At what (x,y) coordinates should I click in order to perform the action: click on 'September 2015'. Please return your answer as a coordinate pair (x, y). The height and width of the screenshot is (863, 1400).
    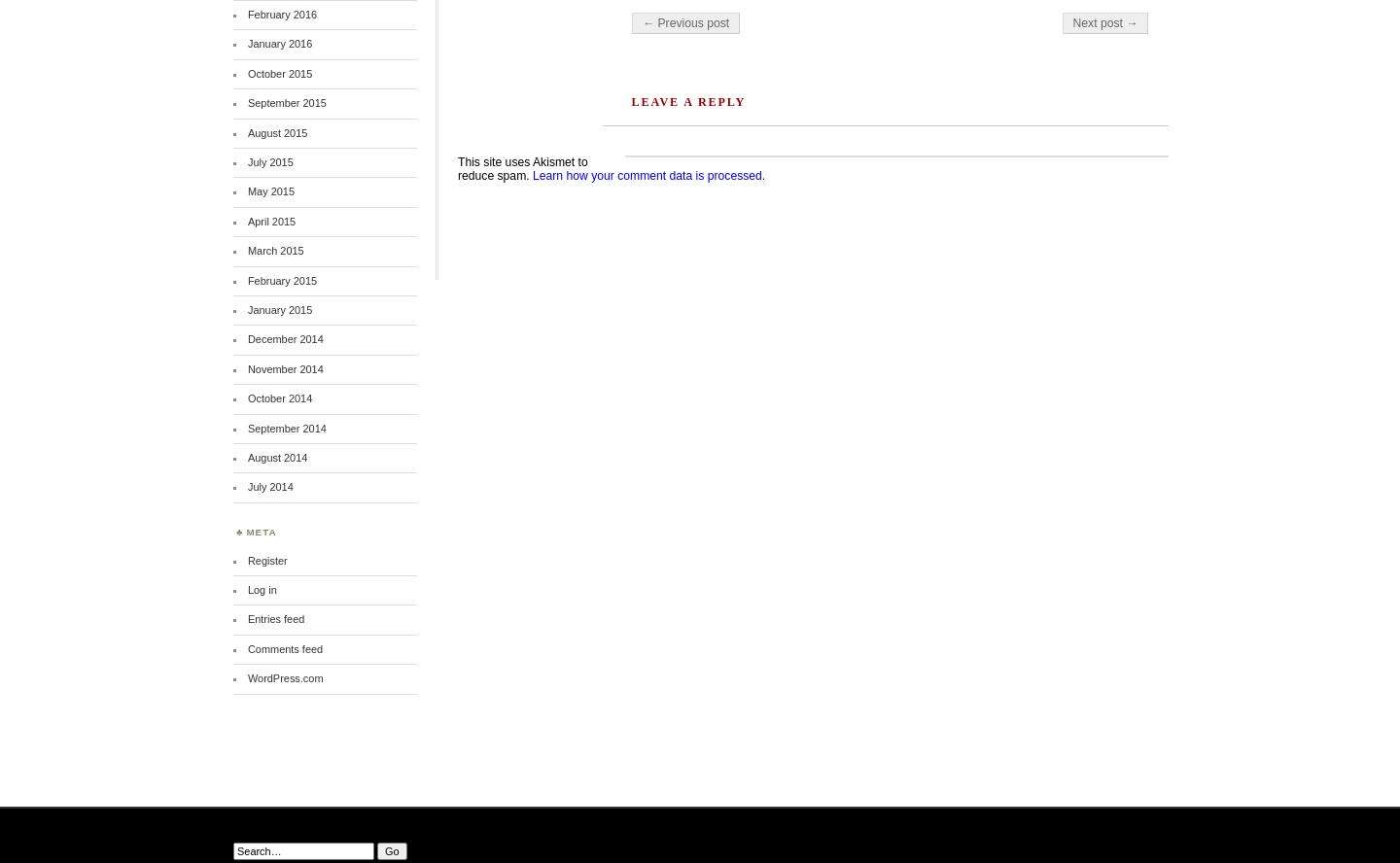
    Looking at the image, I should click on (285, 102).